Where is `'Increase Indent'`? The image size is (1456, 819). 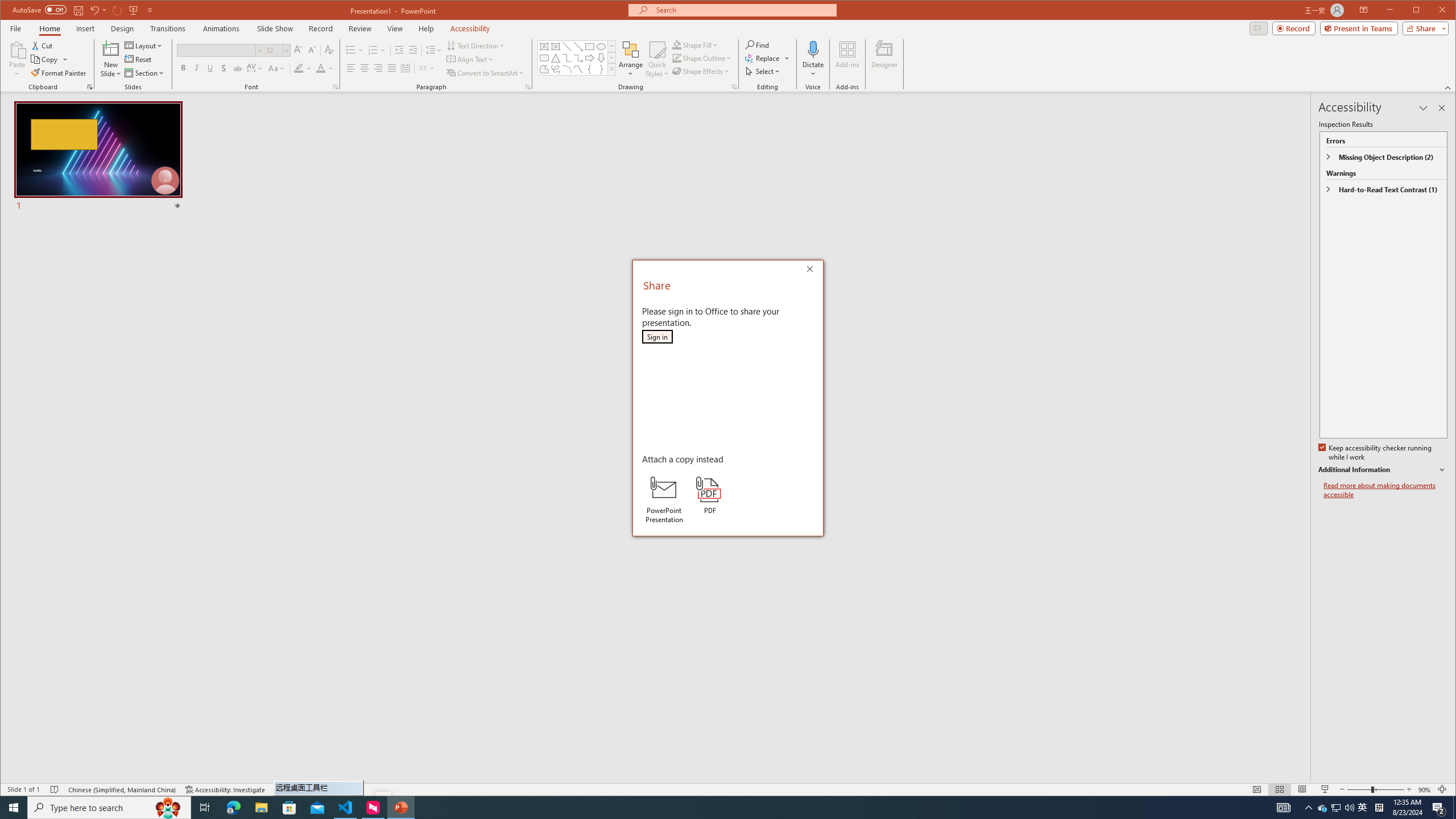 'Increase Indent' is located at coordinates (412, 49).